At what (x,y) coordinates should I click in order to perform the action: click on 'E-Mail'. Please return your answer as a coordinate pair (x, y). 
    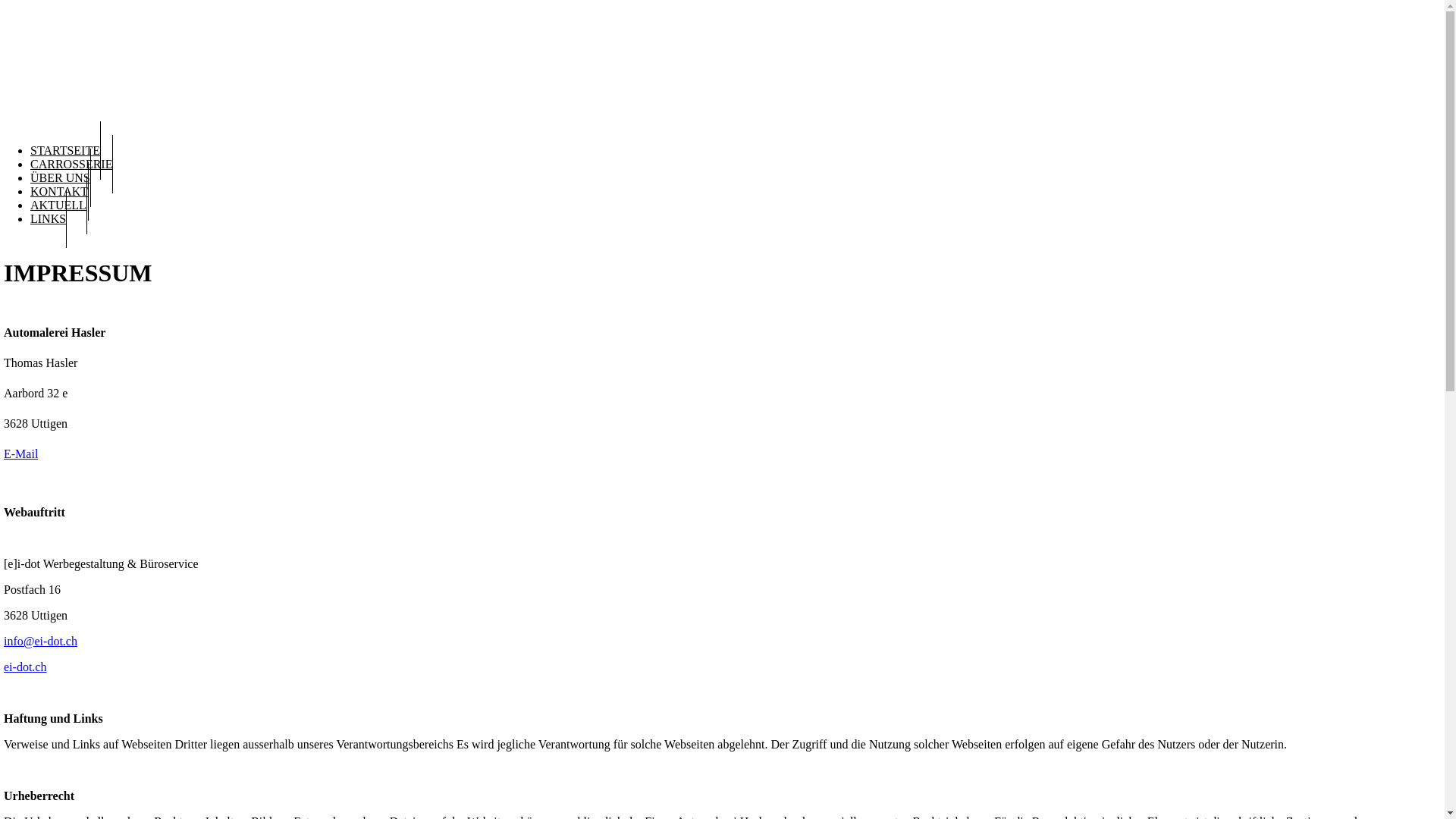
    Looking at the image, I should click on (20, 453).